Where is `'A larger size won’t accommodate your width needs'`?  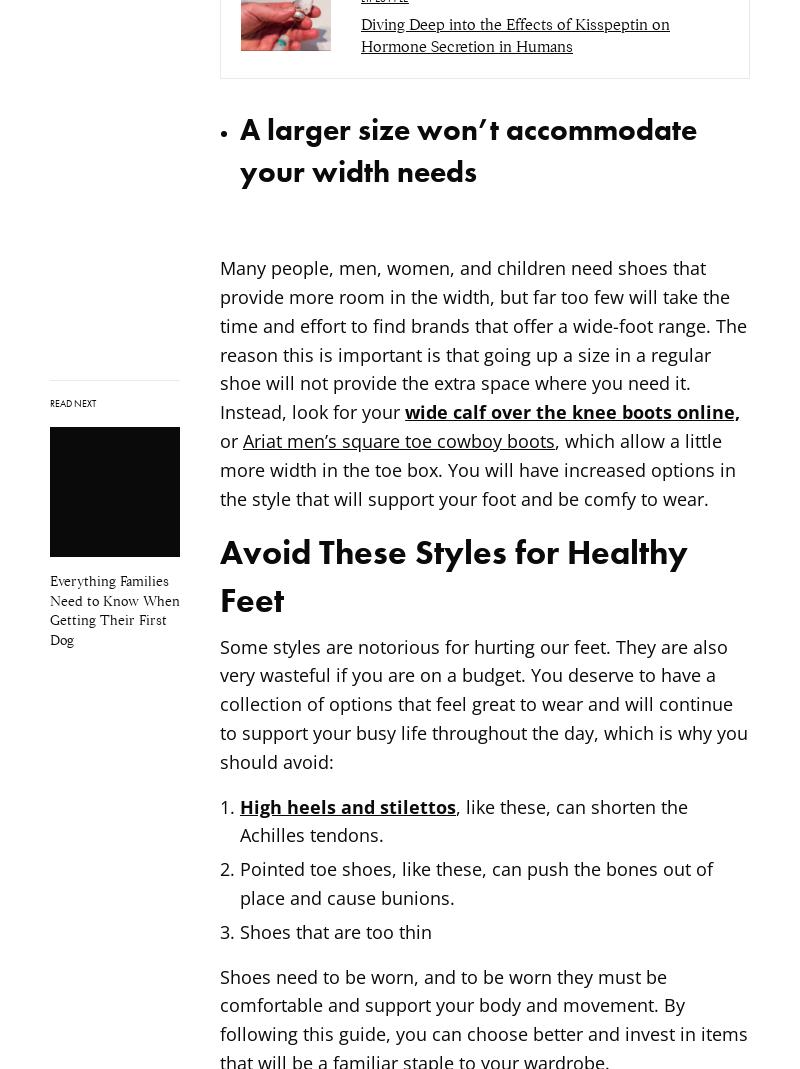 'A larger size won’t accommodate your width needs' is located at coordinates (468, 151).